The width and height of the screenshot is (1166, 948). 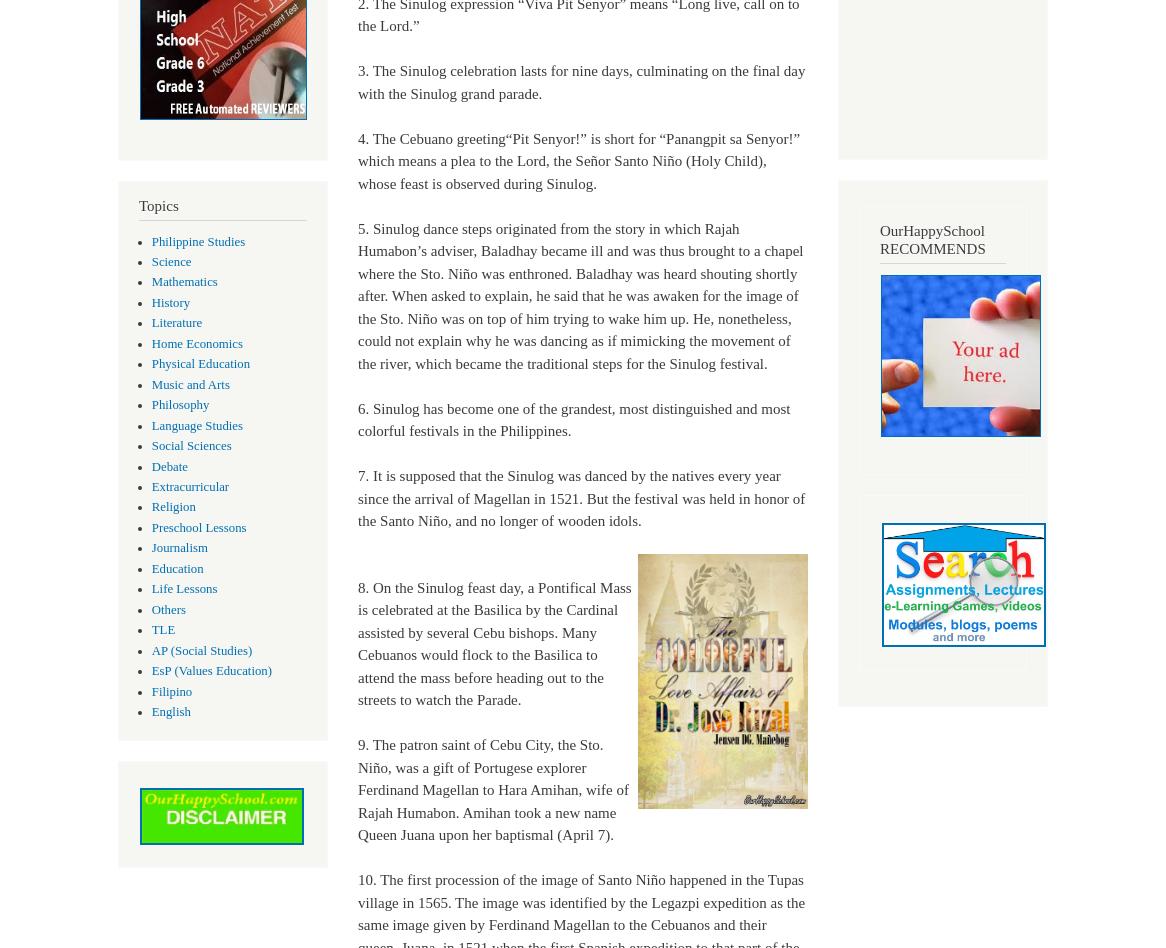 I want to click on 'Language Studies', so click(x=196, y=423).